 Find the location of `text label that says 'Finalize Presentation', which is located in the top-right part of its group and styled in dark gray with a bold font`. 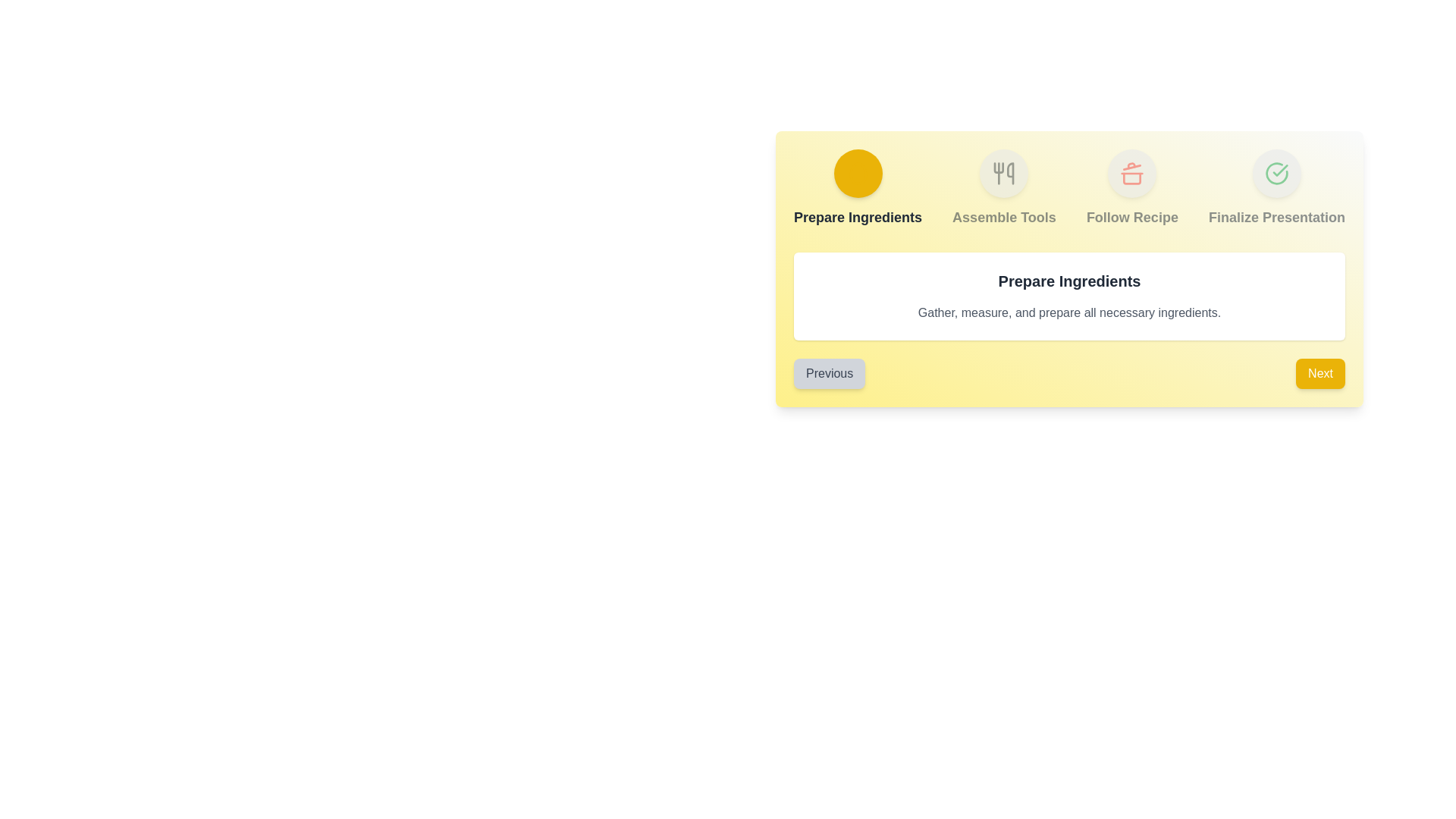

text label that says 'Finalize Presentation', which is located in the top-right part of its group and styled in dark gray with a bold font is located at coordinates (1276, 217).